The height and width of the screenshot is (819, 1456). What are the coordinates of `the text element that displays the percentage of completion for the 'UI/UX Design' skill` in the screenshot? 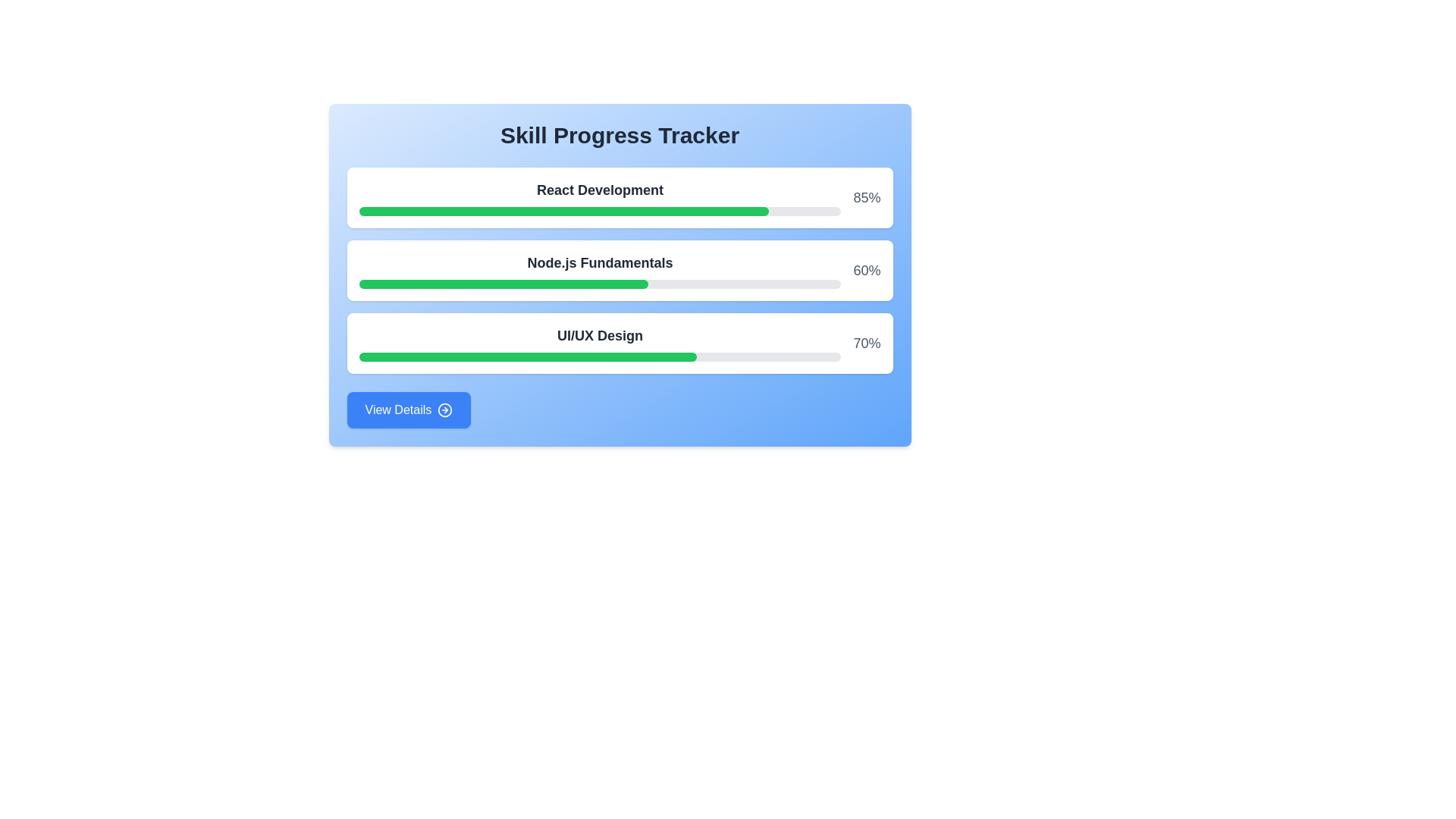 It's located at (867, 343).